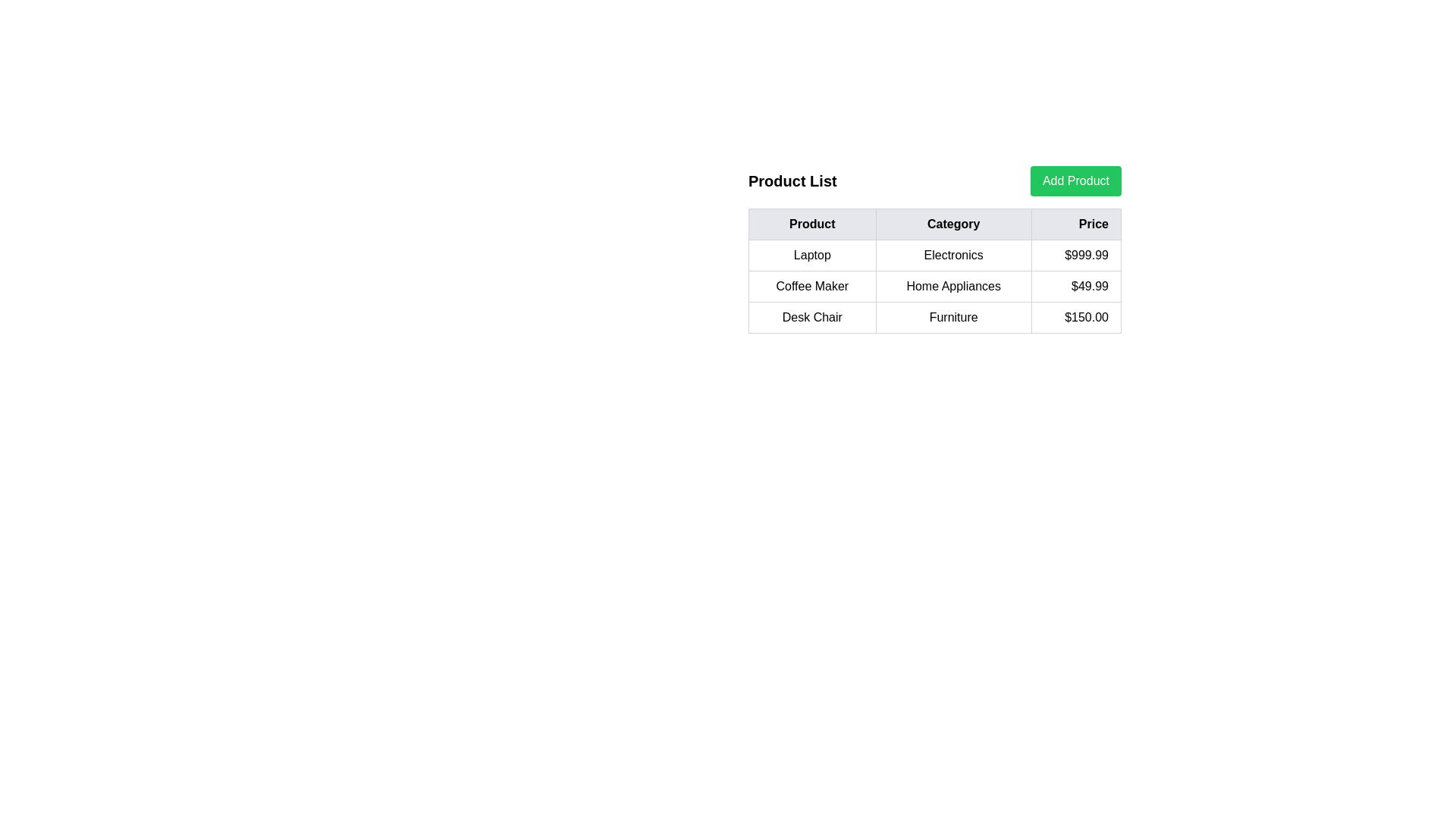  What do you see at coordinates (934, 224) in the screenshot?
I see `the table header cell labeled 'Category', which is centrally located in the header row of the 'Product List' table, between 'Product' and 'Price'` at bounding box center [934, 224].